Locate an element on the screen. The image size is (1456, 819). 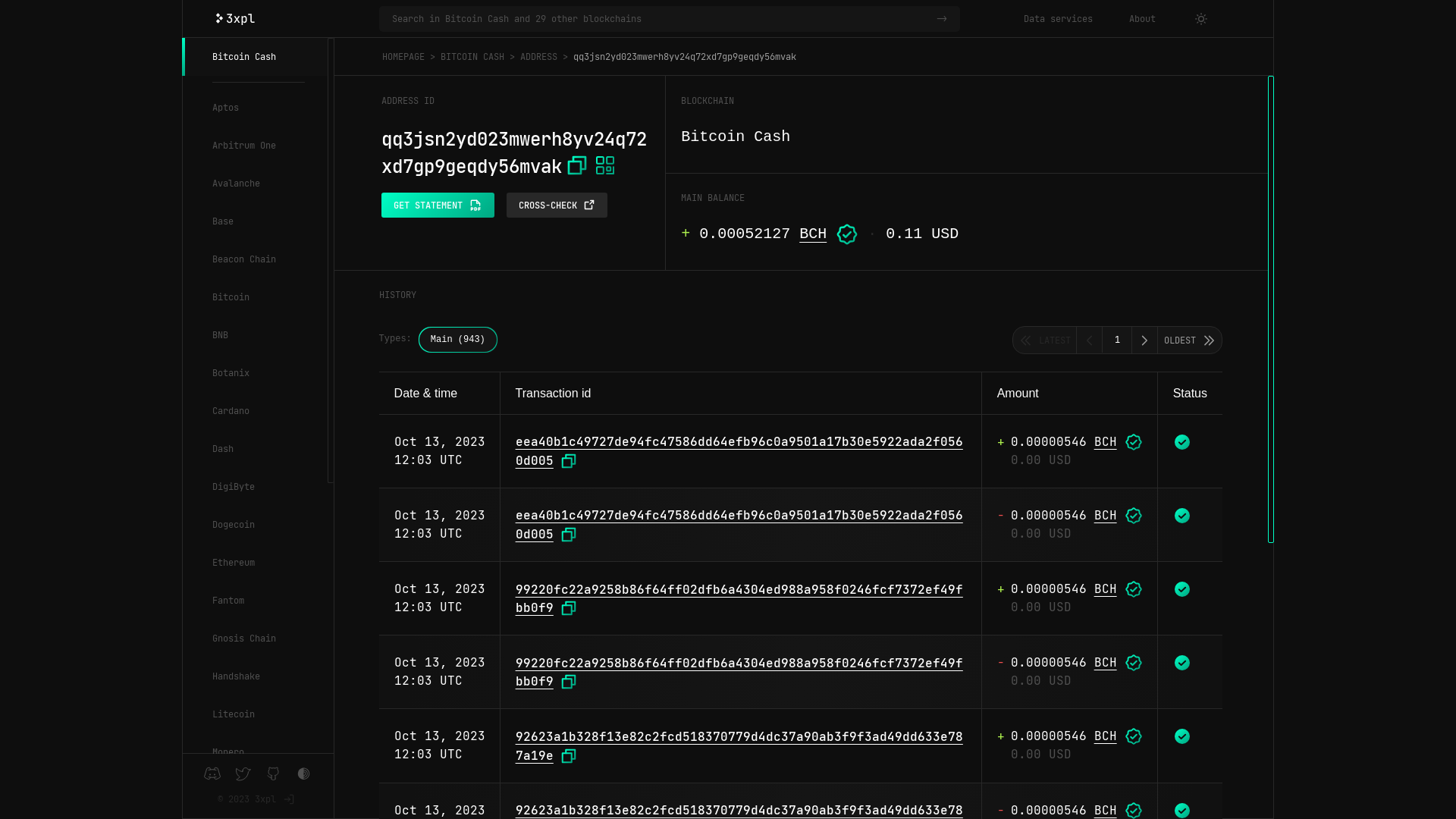
'OLDEST' is located at coordinates (1189, 339).